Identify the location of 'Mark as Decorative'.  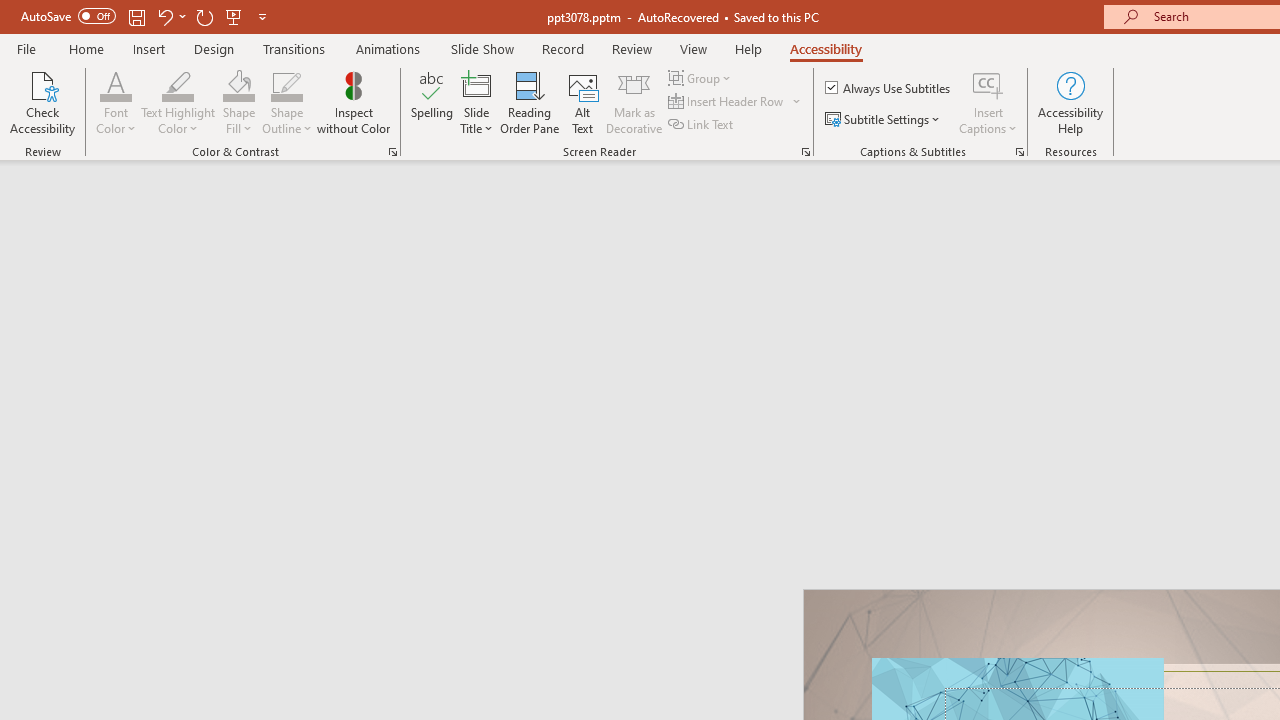
(633, 103).